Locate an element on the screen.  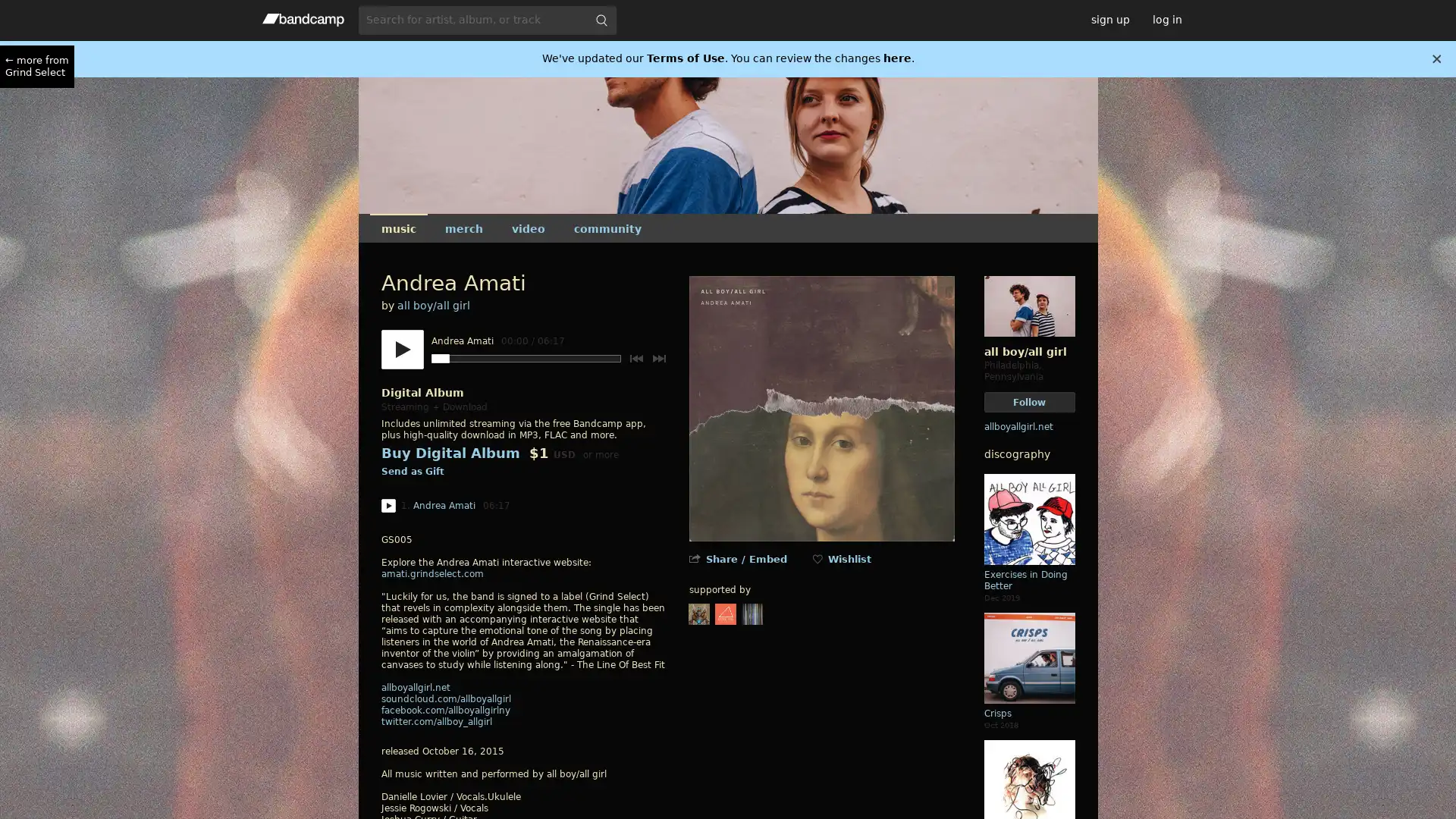
Play Andrea Amati is located at coordinates (388, 506).